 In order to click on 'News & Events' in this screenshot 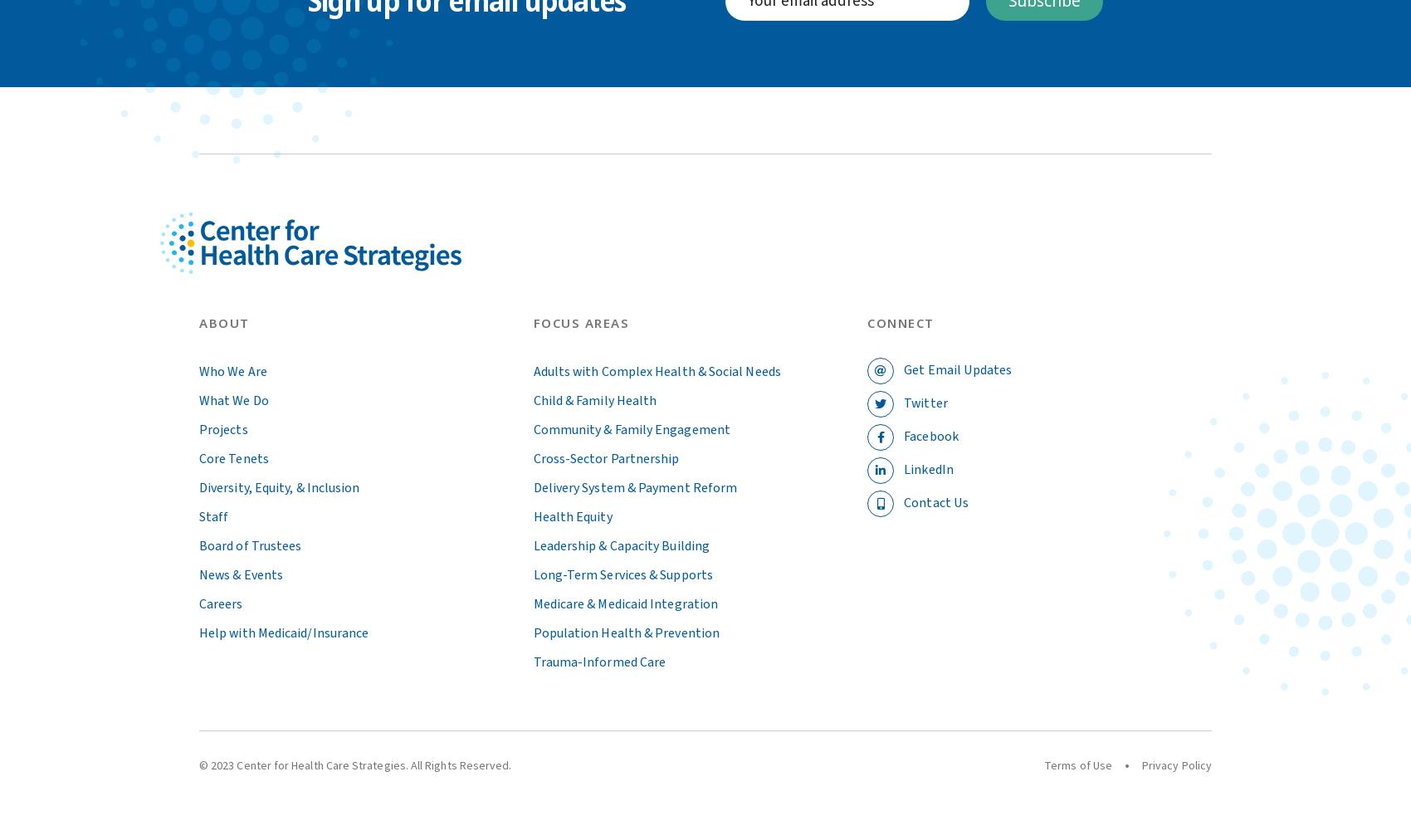, I will do `click(199, 574)`.